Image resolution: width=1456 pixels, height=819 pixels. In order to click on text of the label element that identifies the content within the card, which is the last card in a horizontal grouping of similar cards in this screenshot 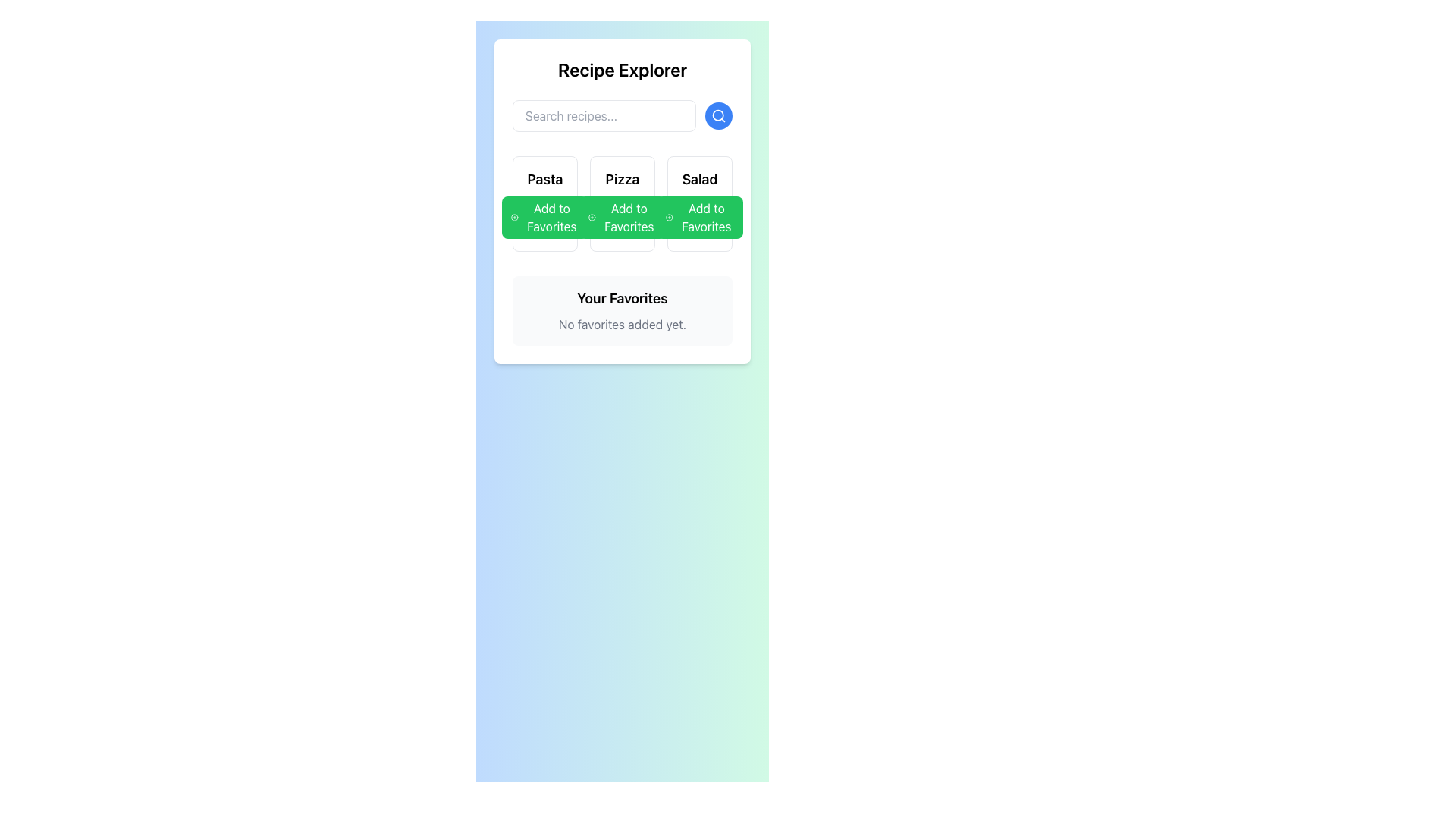, I will do `click(698, 178)`.